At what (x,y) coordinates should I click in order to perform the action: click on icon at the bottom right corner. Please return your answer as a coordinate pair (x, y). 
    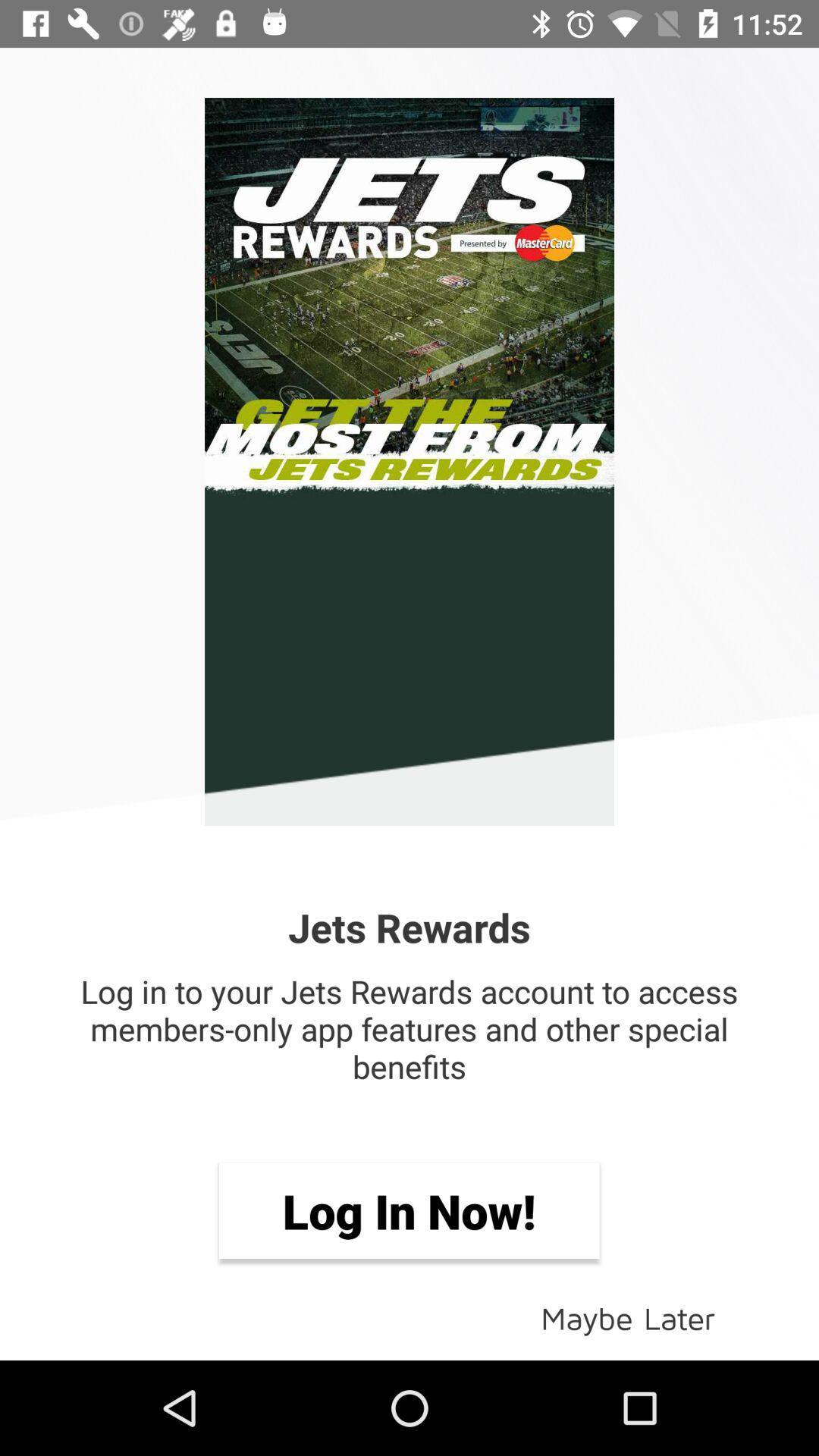
    Looking at the image, I should click on (628, 1316).